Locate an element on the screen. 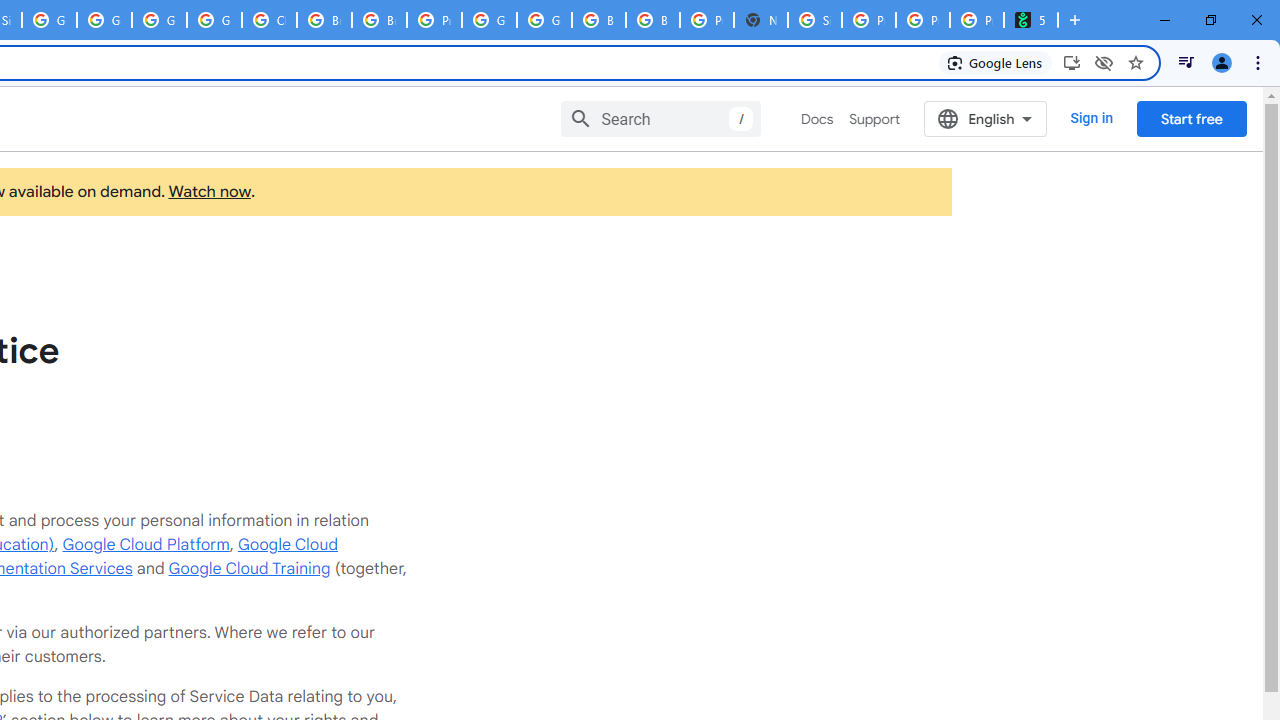 The width and height of the screenshot is (1280, 720). 'Install Google Cloud' is located at coordinates (1071, 61).